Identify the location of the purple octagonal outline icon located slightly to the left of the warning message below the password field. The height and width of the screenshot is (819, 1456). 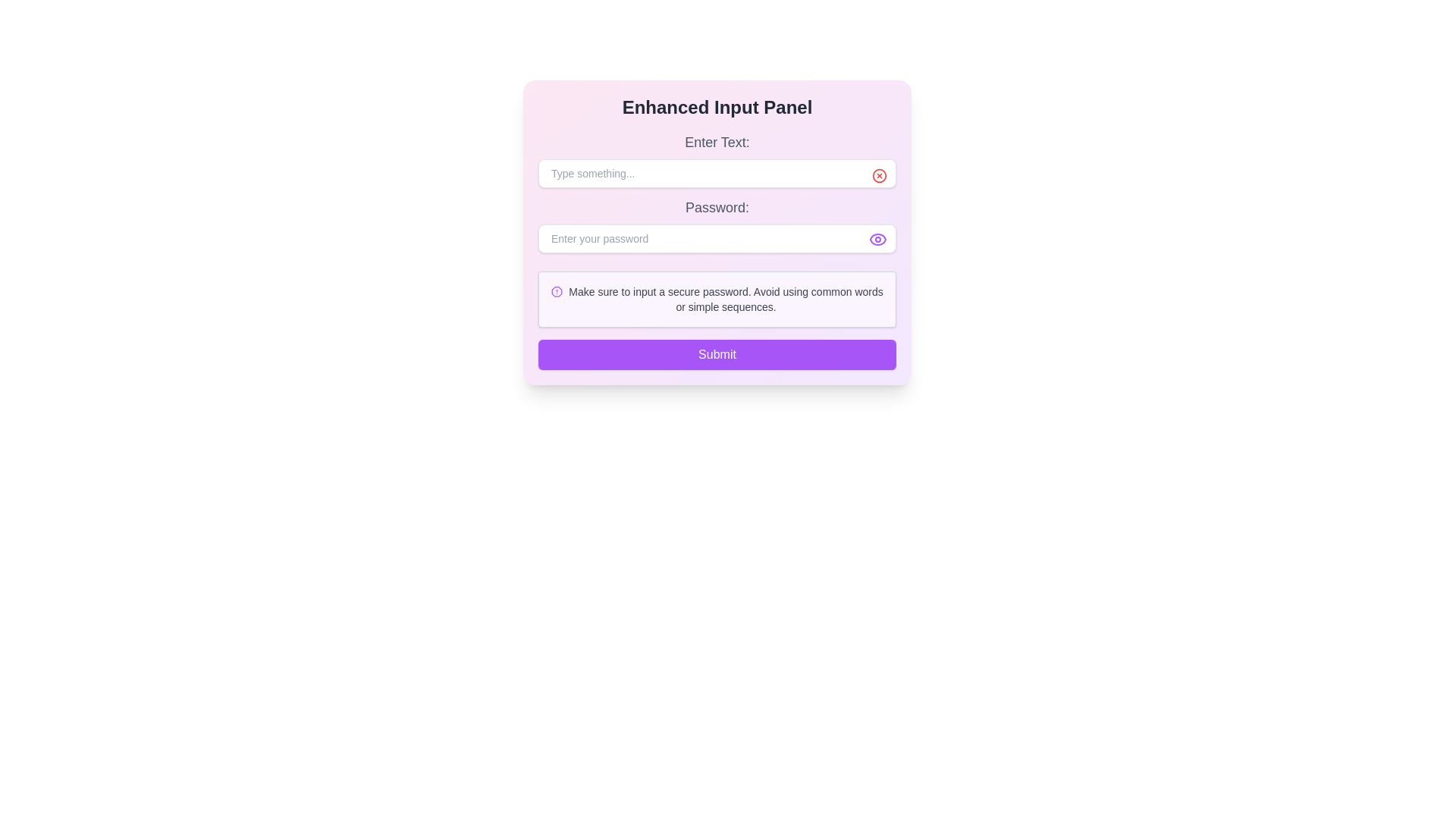
(556, 292).